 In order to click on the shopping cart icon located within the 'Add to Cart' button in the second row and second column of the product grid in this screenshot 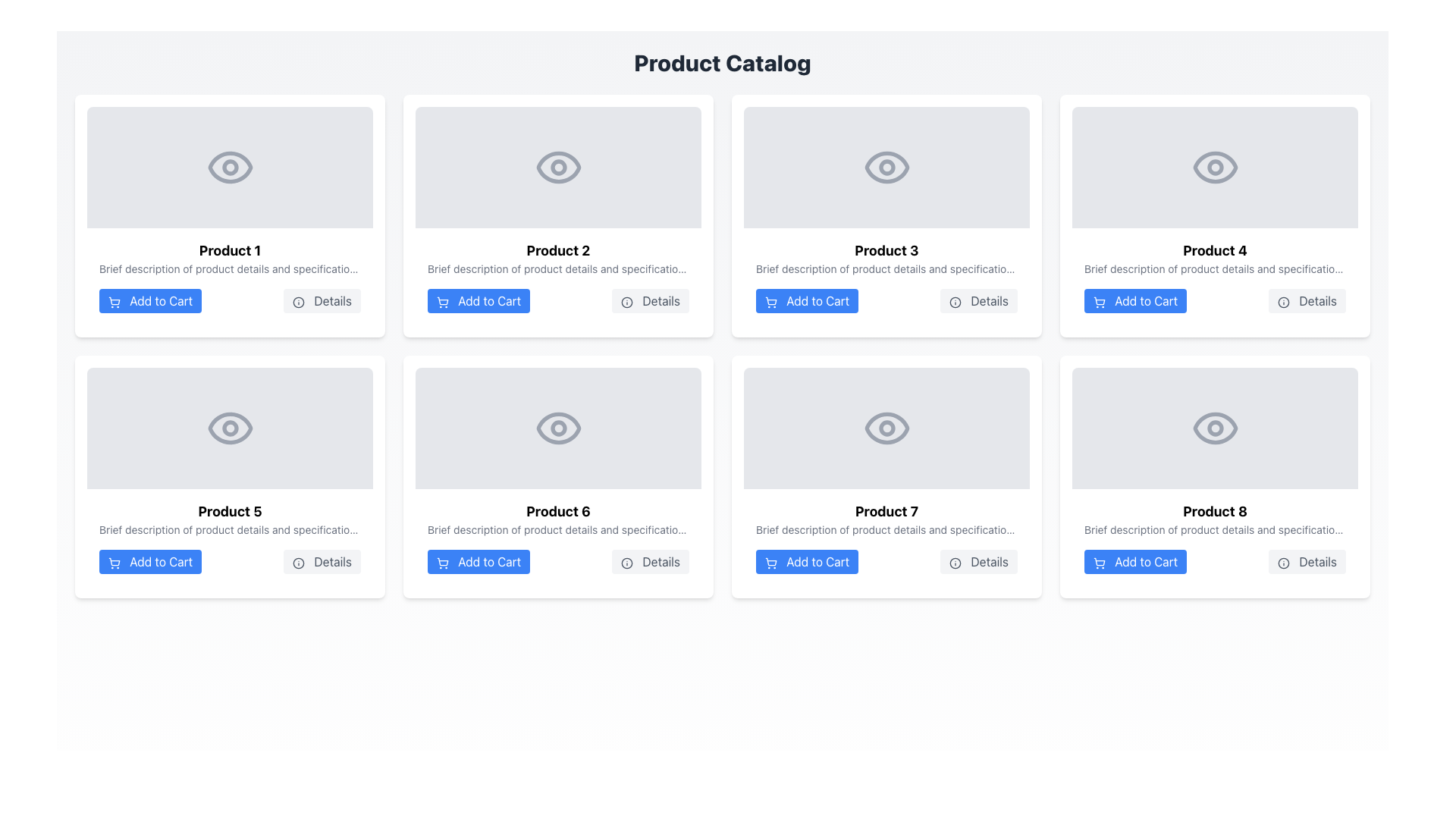, I will do `click(442, 562)`.